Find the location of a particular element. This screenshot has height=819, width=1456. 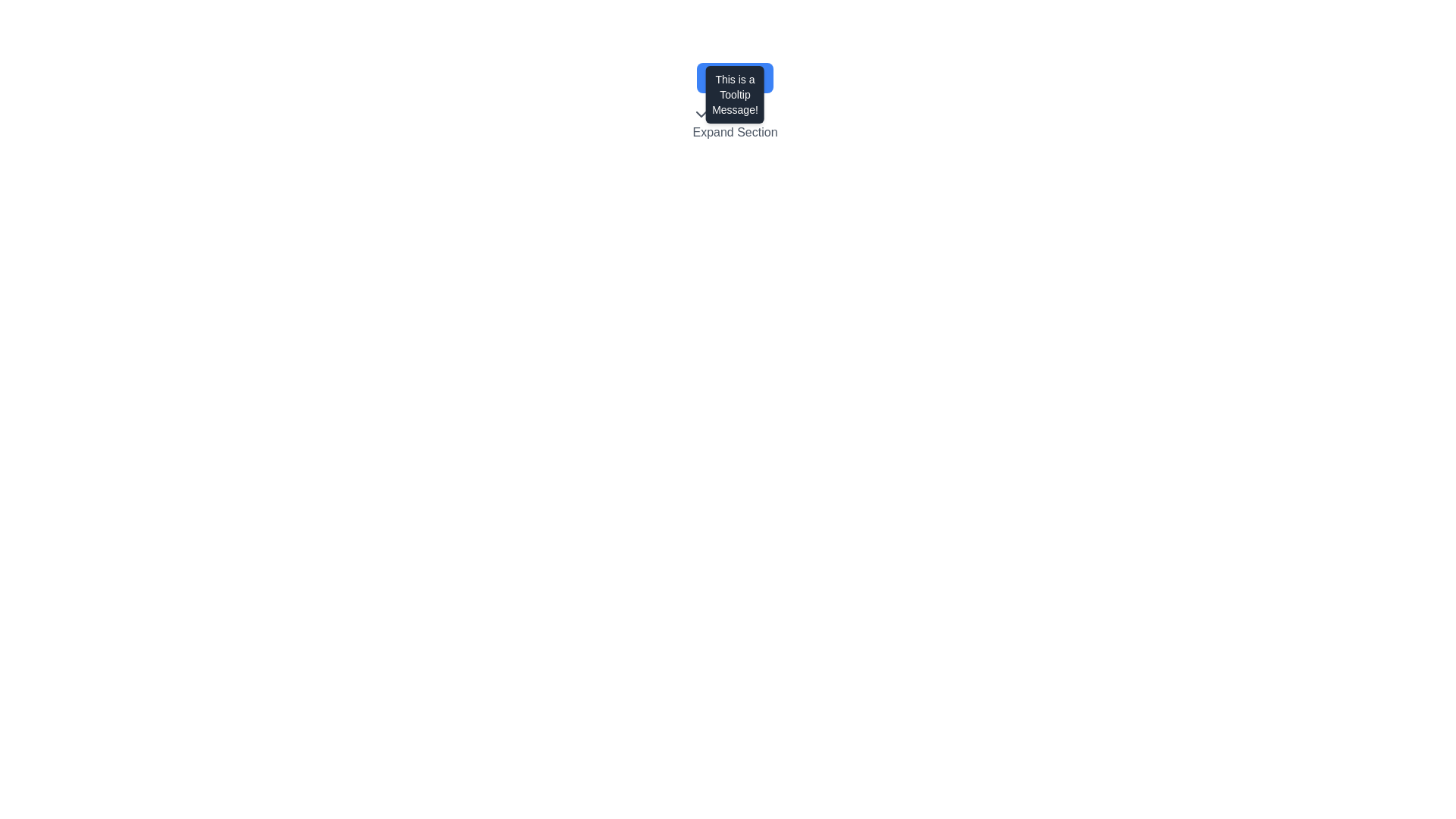

the content of the tooltip that shows the message 'This is a Tooltip Message!' which appears when hovering over the 'Hover Me' button is located at coordinates (735, 94).